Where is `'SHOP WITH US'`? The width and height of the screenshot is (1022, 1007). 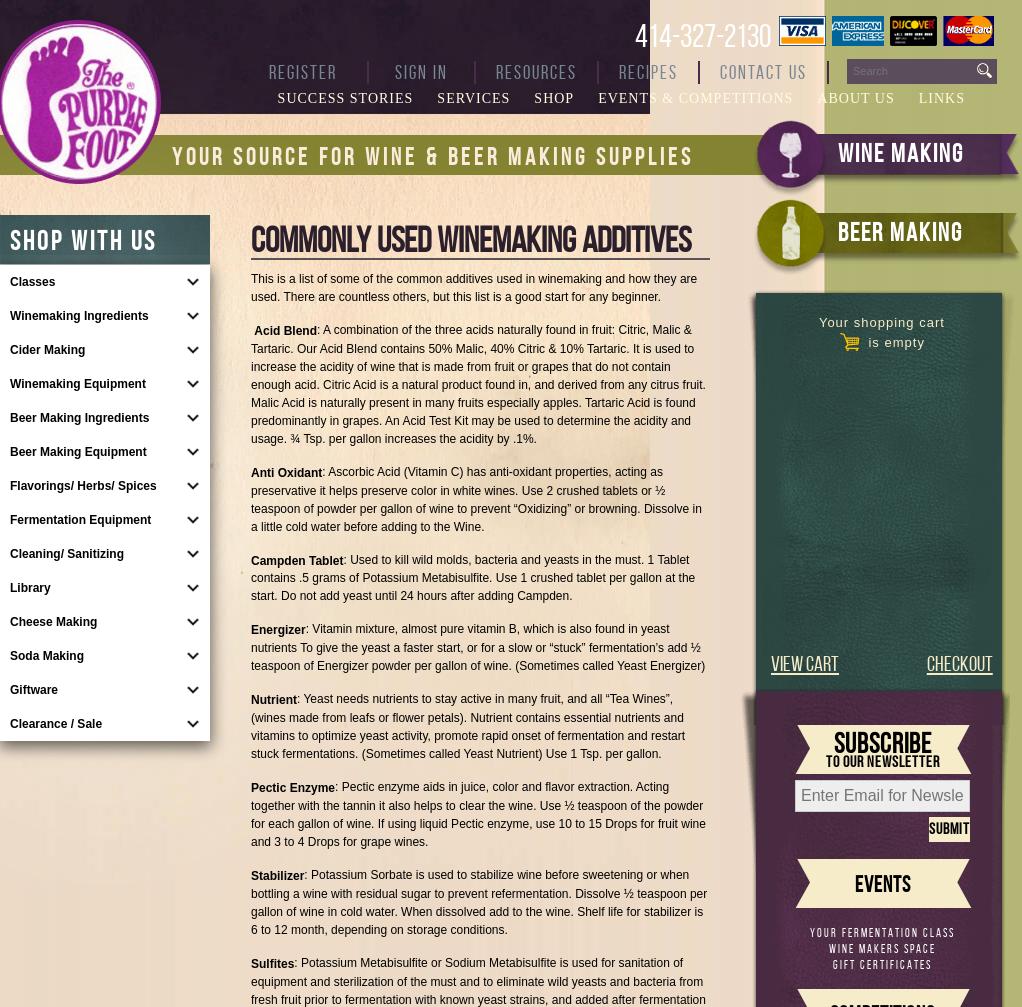
'SHOP WITH US' is located at coordinates (82, 240).